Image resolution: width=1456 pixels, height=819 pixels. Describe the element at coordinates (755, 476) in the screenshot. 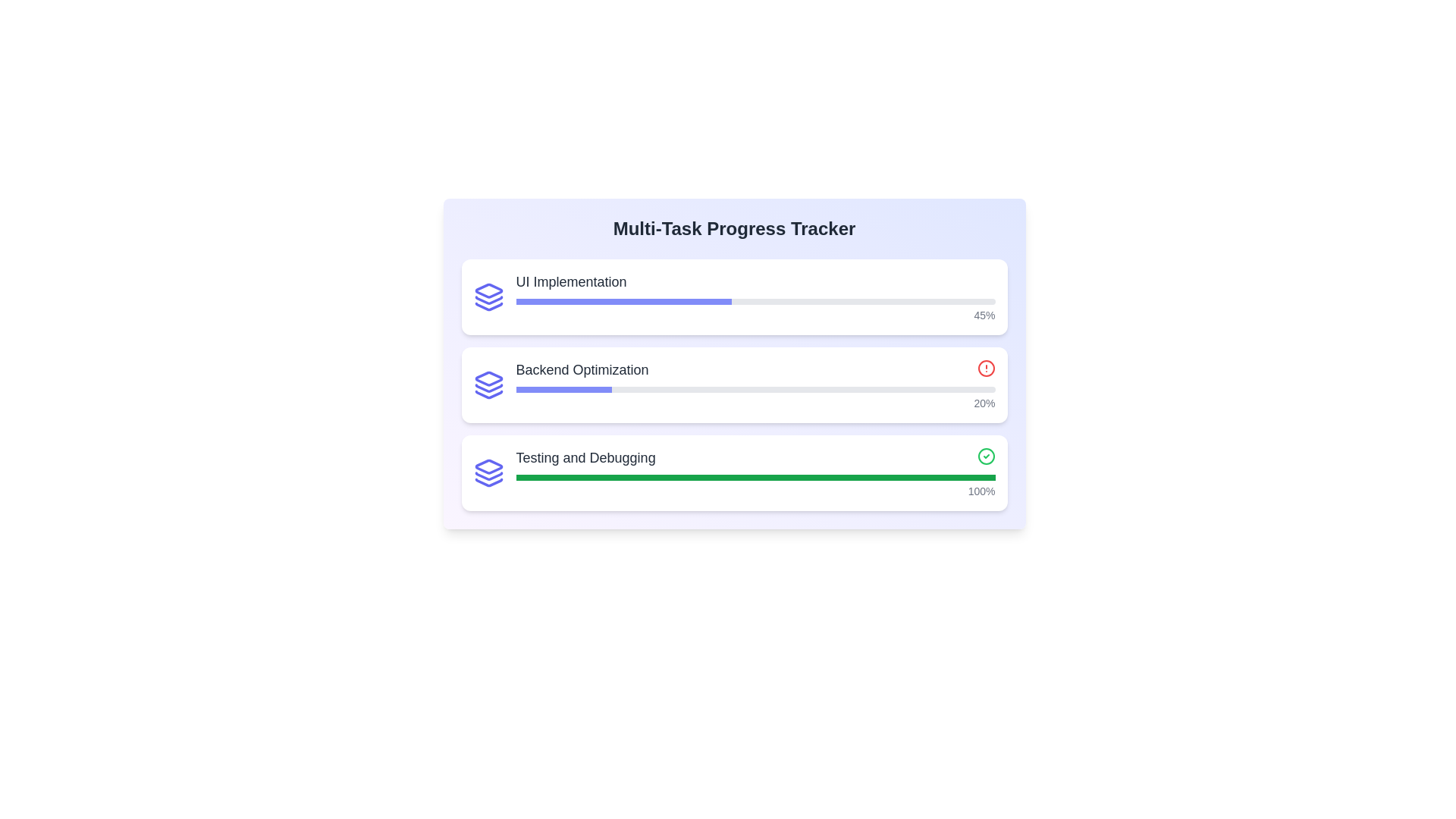

I see `the horizontal progress bar styled with a light gray background and rounded edges, indicating 100% completion, located in the 'Testing and Debugging' section` at that location.